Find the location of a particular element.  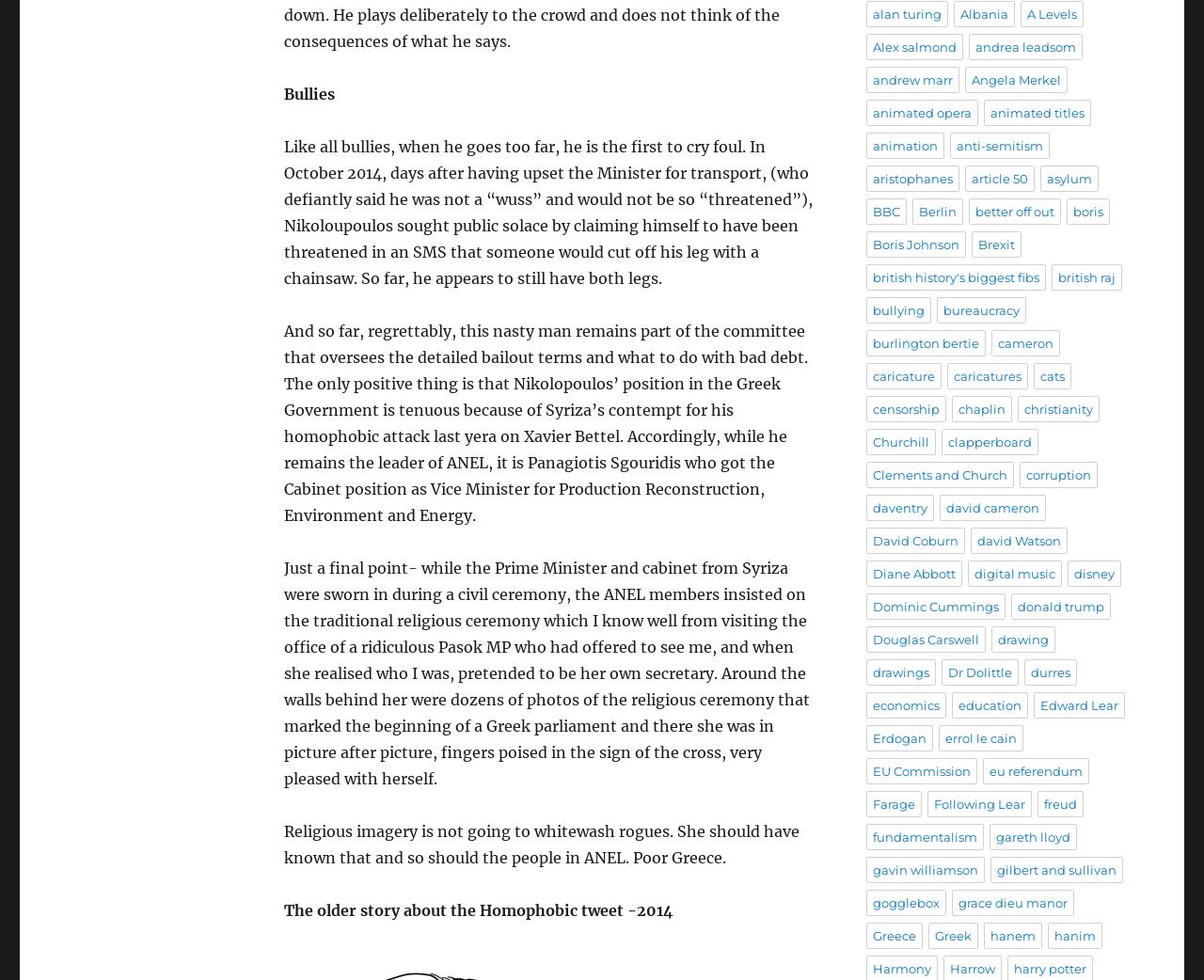

'Bullies' is located at coordinates (309, 92).